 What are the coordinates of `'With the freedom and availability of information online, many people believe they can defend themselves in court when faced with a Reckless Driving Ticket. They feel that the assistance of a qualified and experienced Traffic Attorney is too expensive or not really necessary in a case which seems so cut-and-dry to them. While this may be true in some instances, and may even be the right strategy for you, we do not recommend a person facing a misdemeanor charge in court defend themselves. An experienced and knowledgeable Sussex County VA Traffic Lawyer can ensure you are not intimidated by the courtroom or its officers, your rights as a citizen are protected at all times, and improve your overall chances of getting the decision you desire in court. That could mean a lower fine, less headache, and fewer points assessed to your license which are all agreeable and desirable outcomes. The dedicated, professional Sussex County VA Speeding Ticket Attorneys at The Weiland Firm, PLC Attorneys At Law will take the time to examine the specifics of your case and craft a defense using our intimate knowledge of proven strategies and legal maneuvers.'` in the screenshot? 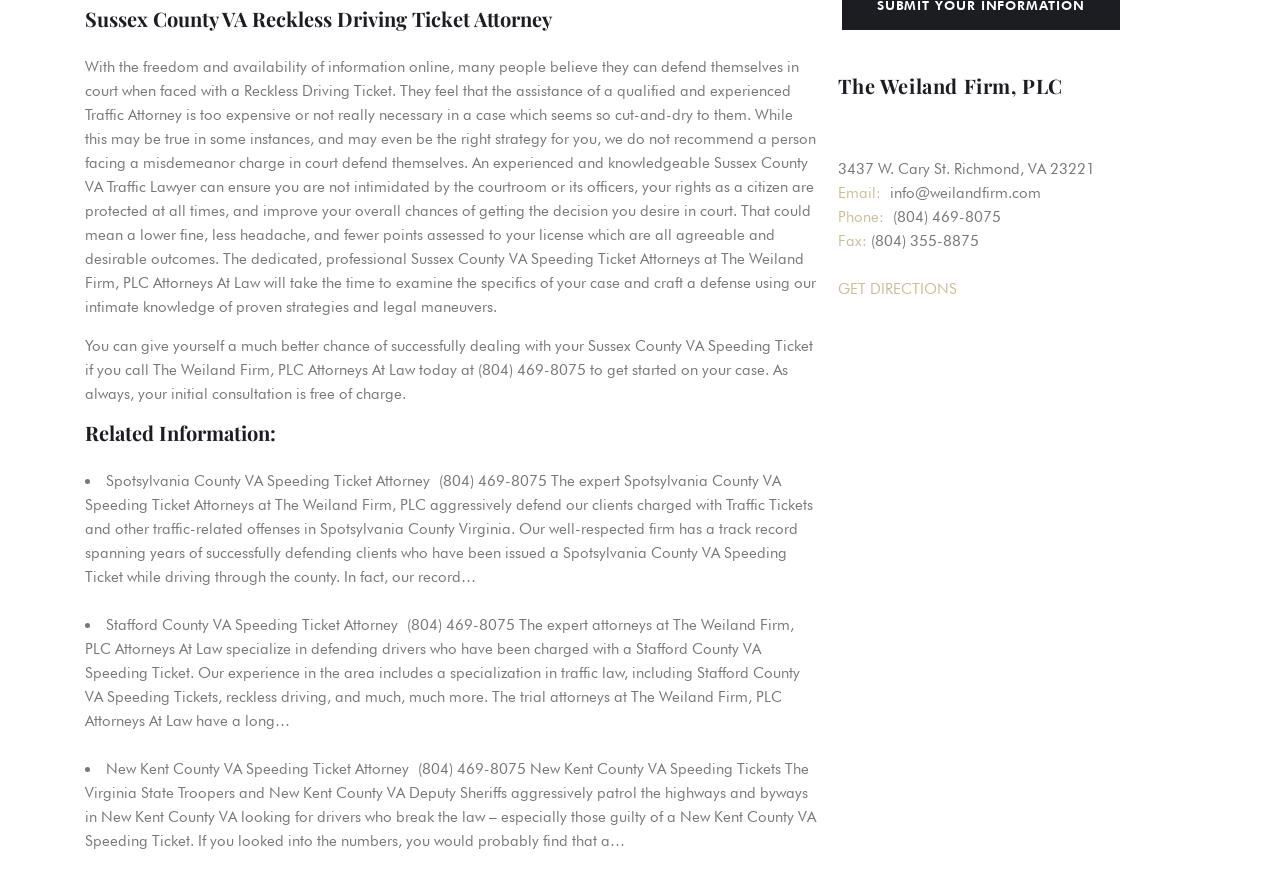 It's located at (450, 187).